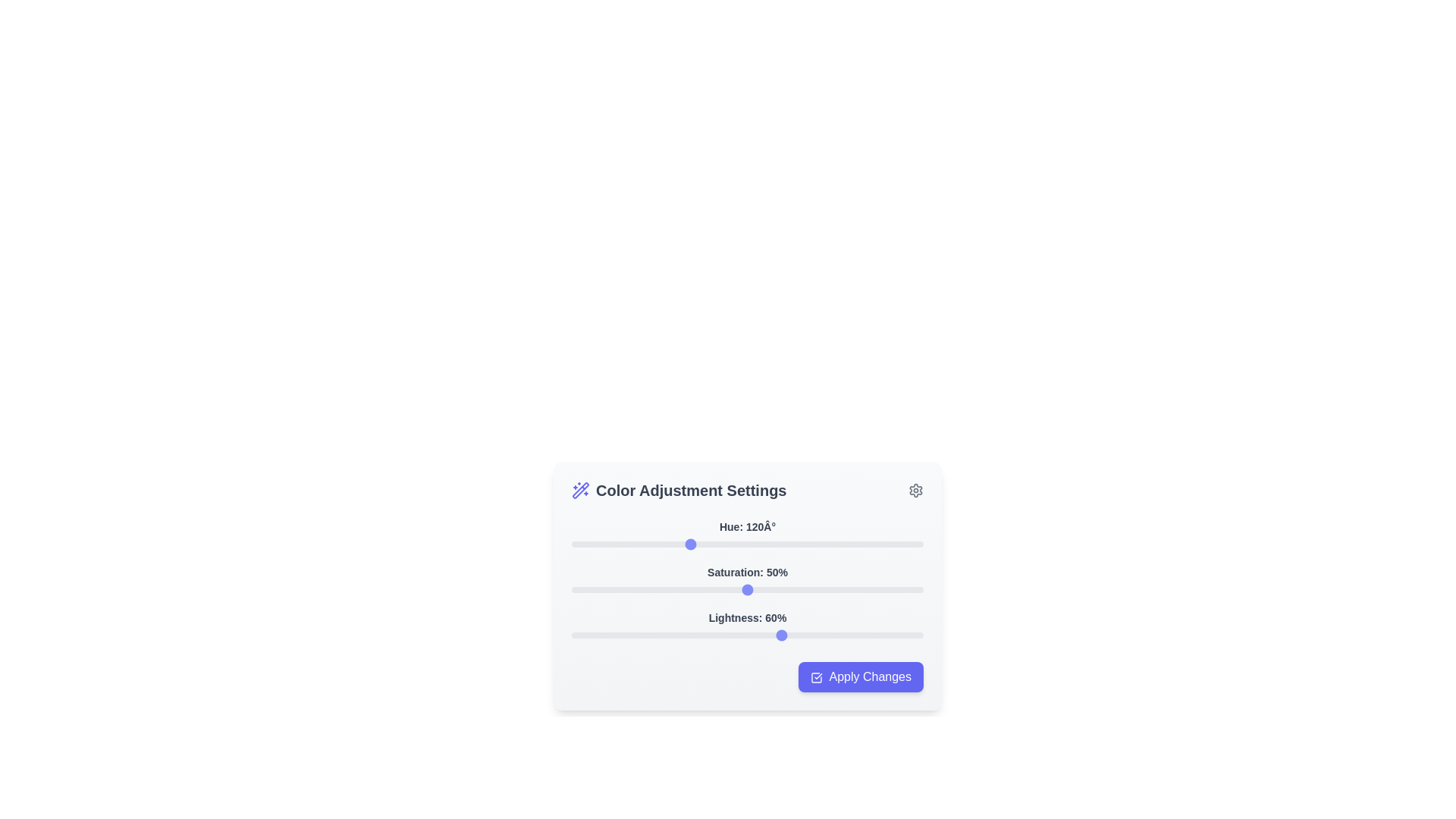 The height and width of the screenshot is (819, 1456). Describe the element at coordinates (654, 543) in the screenshot. I see `hue` at that location.